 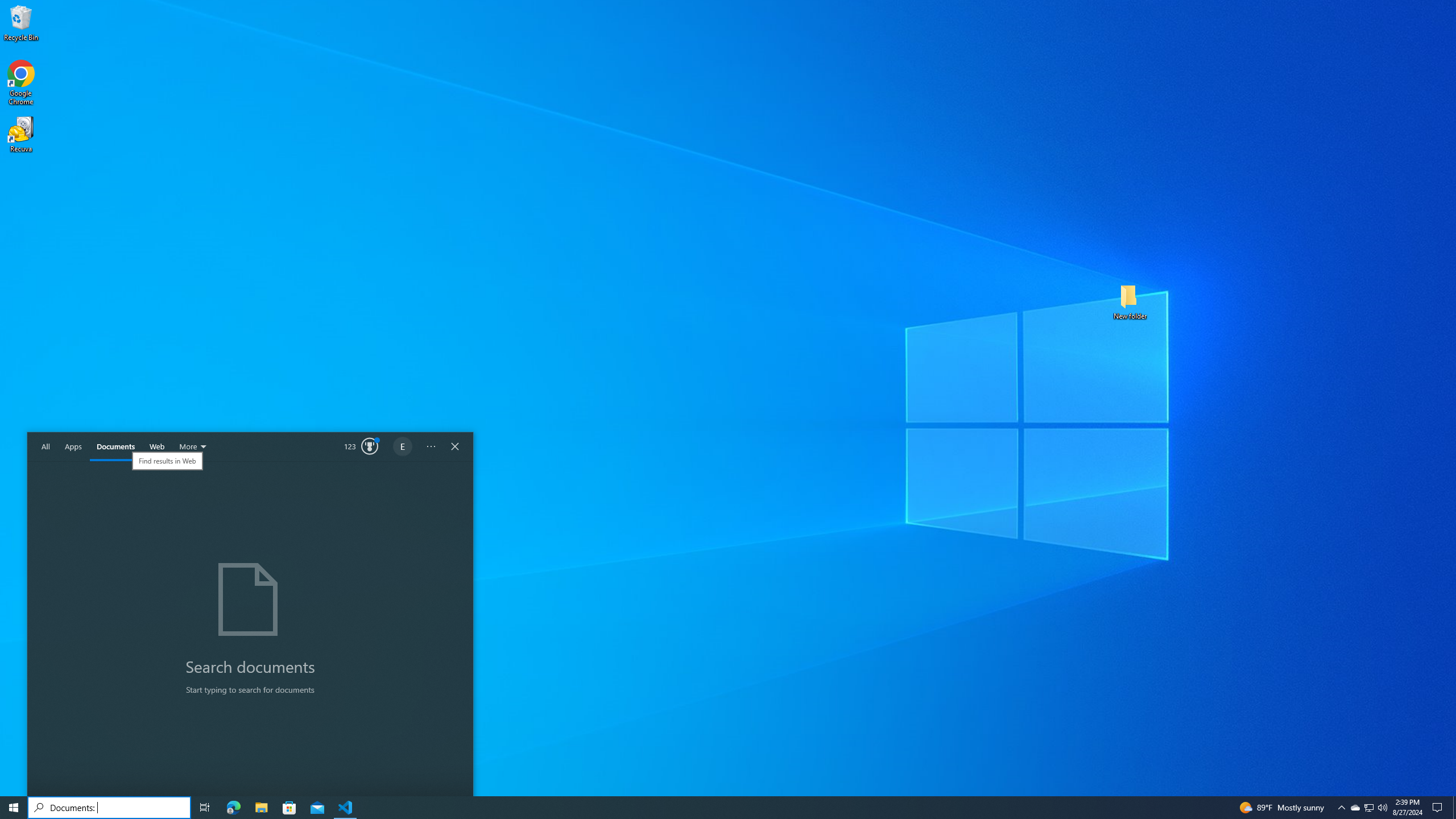 I want to click on 'Close Windows Search', so click(x=454, y=446).